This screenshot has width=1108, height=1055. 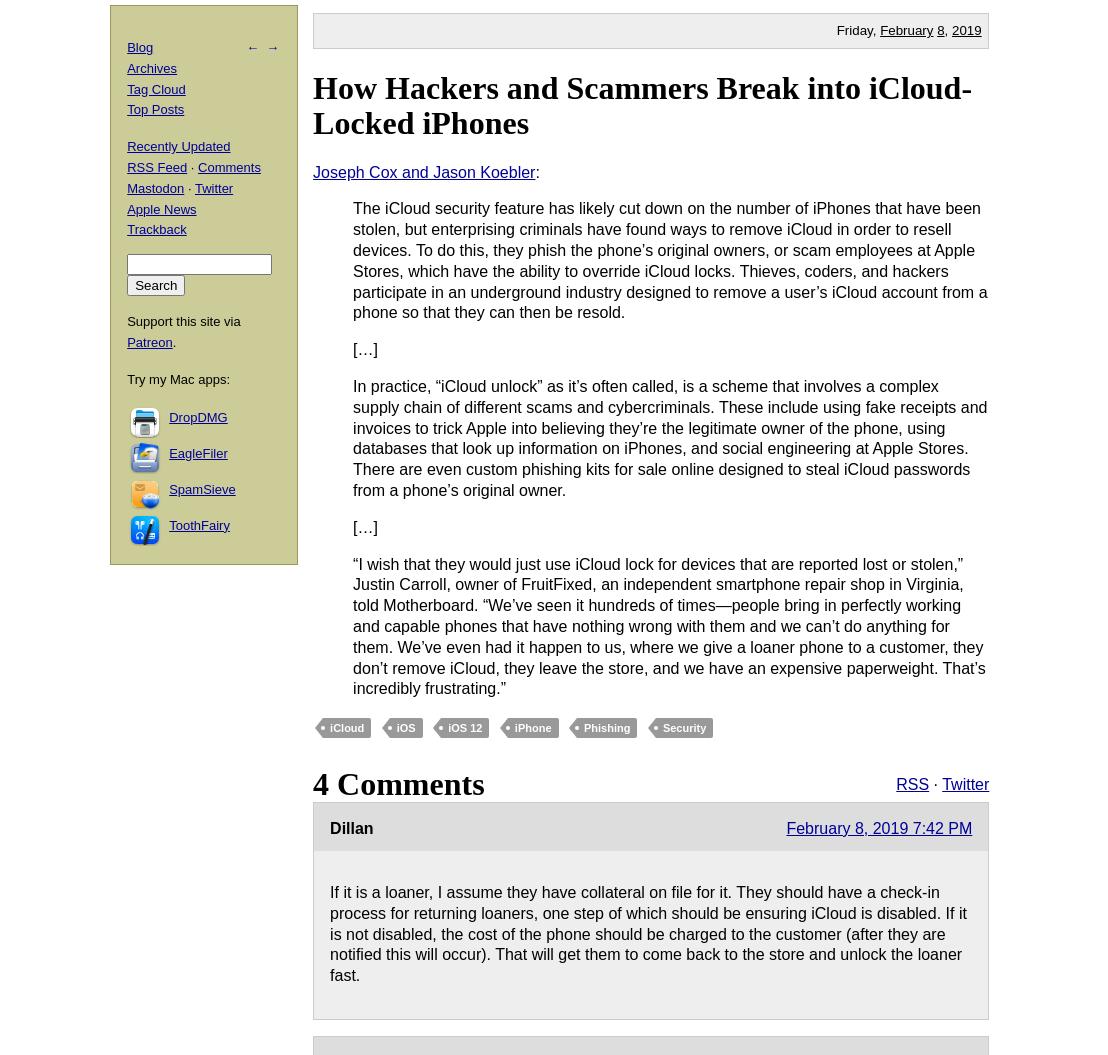 What do you see at coordinates (182, 320) in the screenshot?
I see `'Support this site via'` at bounding box center [182, 320].